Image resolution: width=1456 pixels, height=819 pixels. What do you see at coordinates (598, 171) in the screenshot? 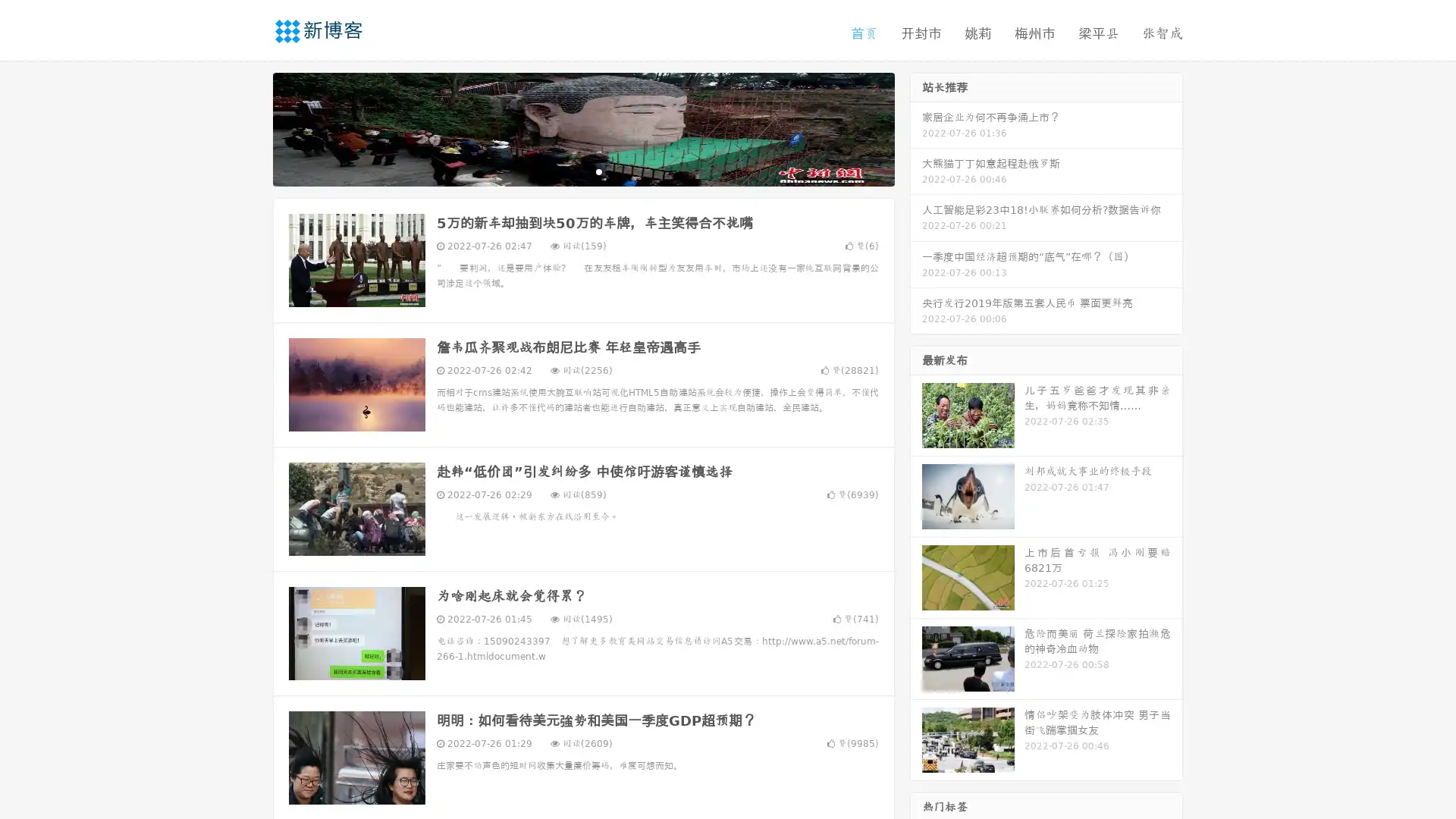
I see `Go to slide 3` at bounding box center [598, 171].